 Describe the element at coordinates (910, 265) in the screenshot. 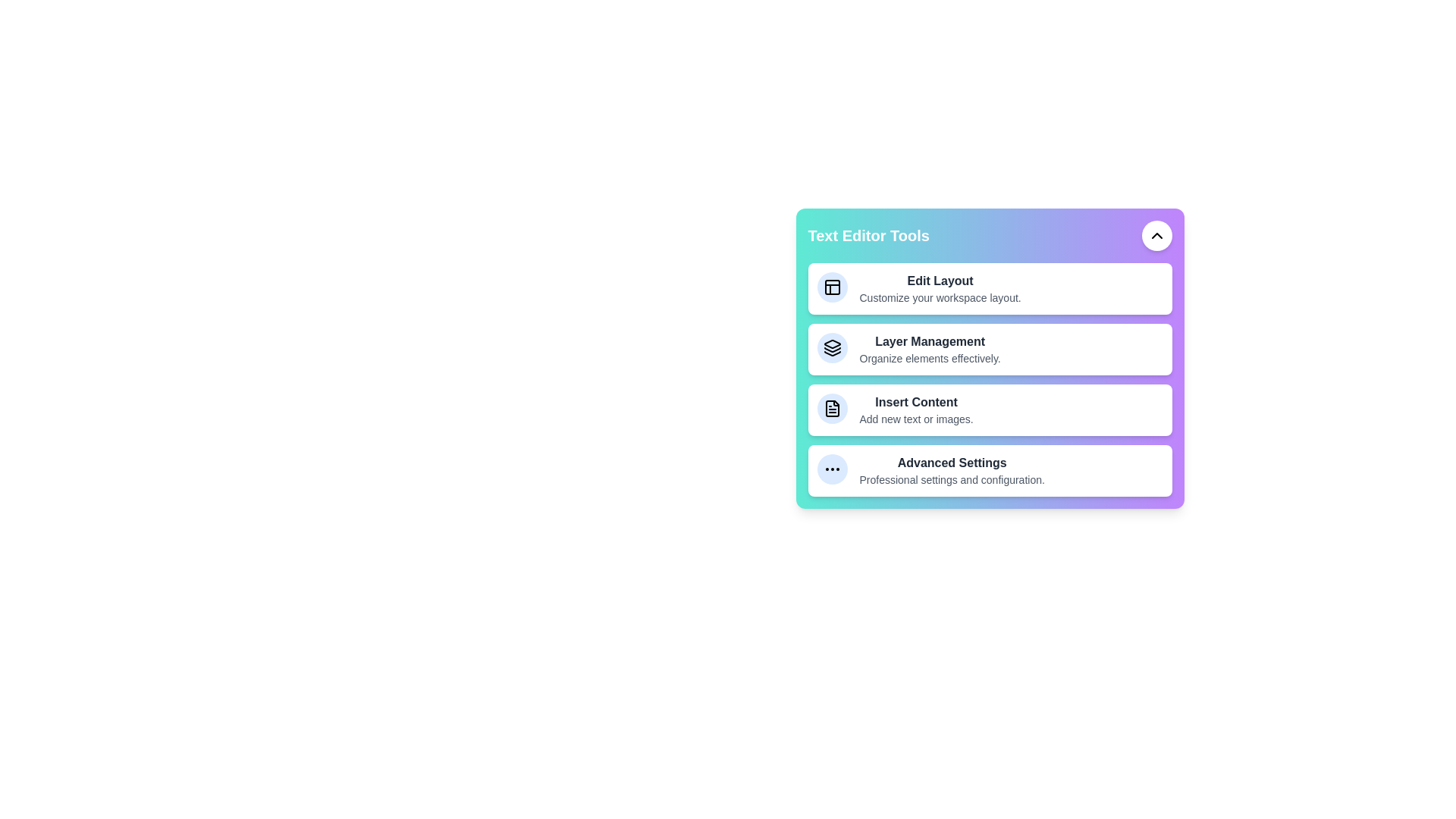

I see `the tool Edit Layout from the menu` at that location.